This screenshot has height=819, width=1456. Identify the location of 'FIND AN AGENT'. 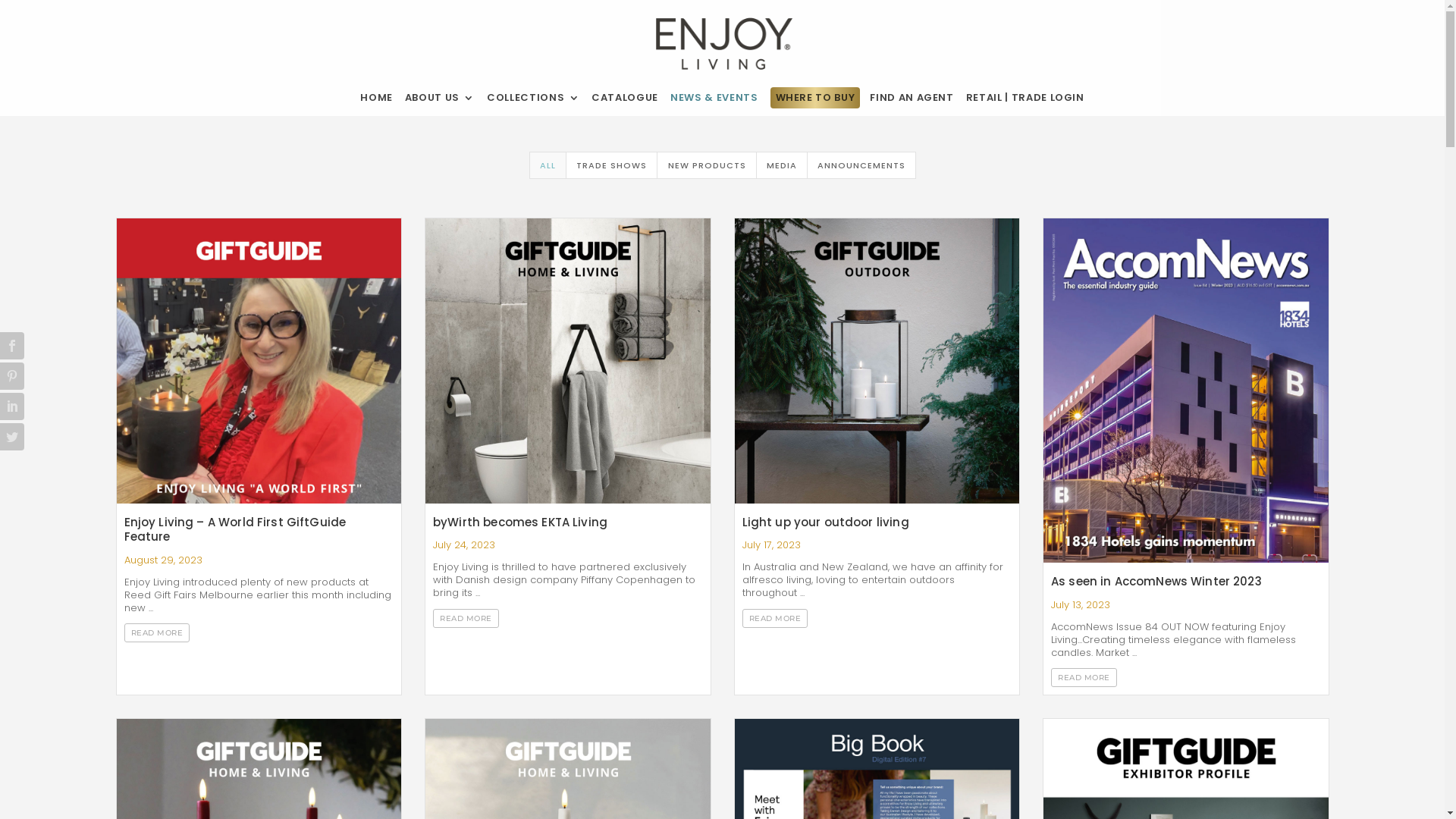
(910, 97).